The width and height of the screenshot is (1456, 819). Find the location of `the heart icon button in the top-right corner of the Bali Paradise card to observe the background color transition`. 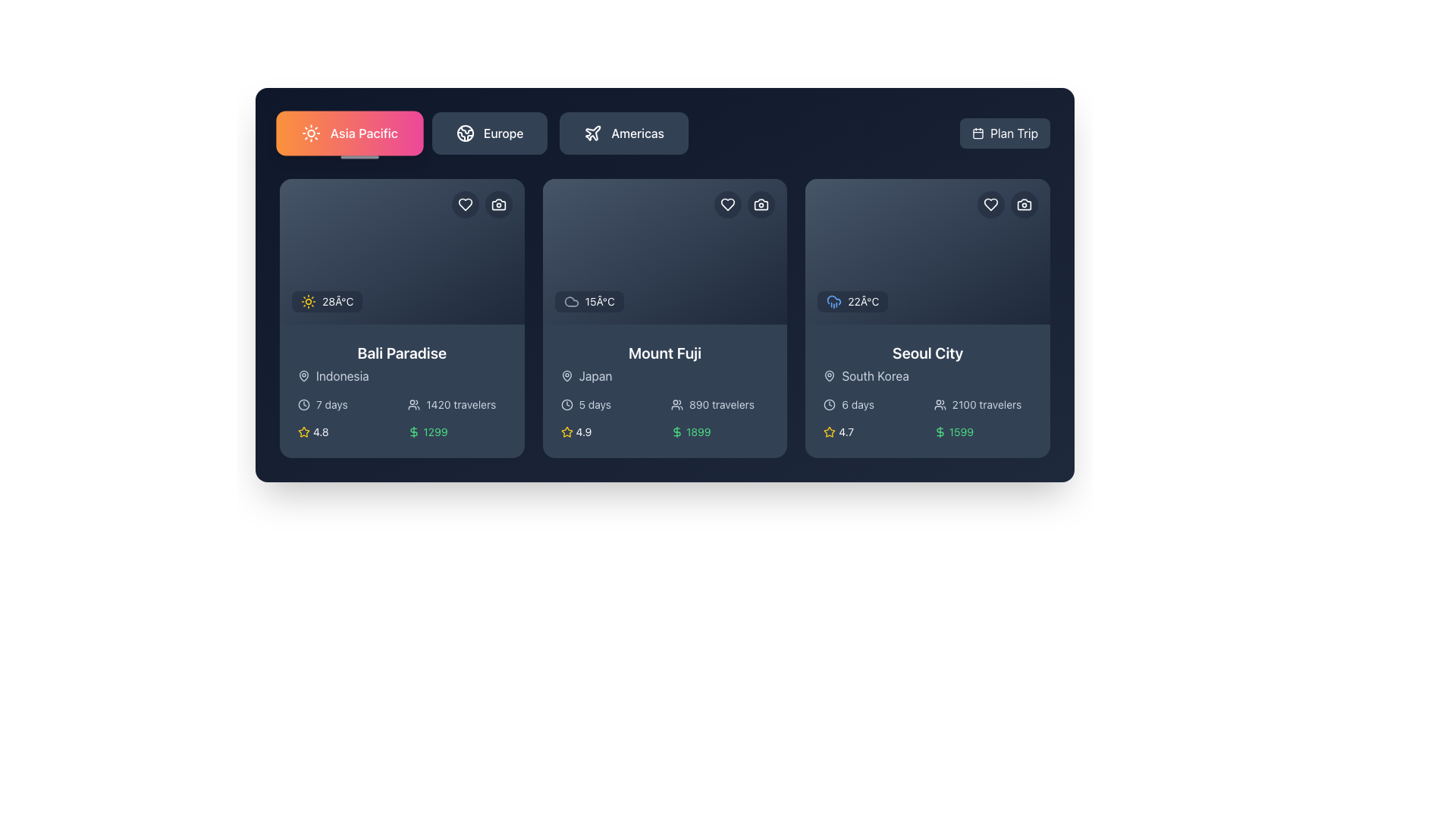

the heart icon button in the top-right corner of the Bali Paradise card to observe the background color transition is located at coordinates (464, 205).